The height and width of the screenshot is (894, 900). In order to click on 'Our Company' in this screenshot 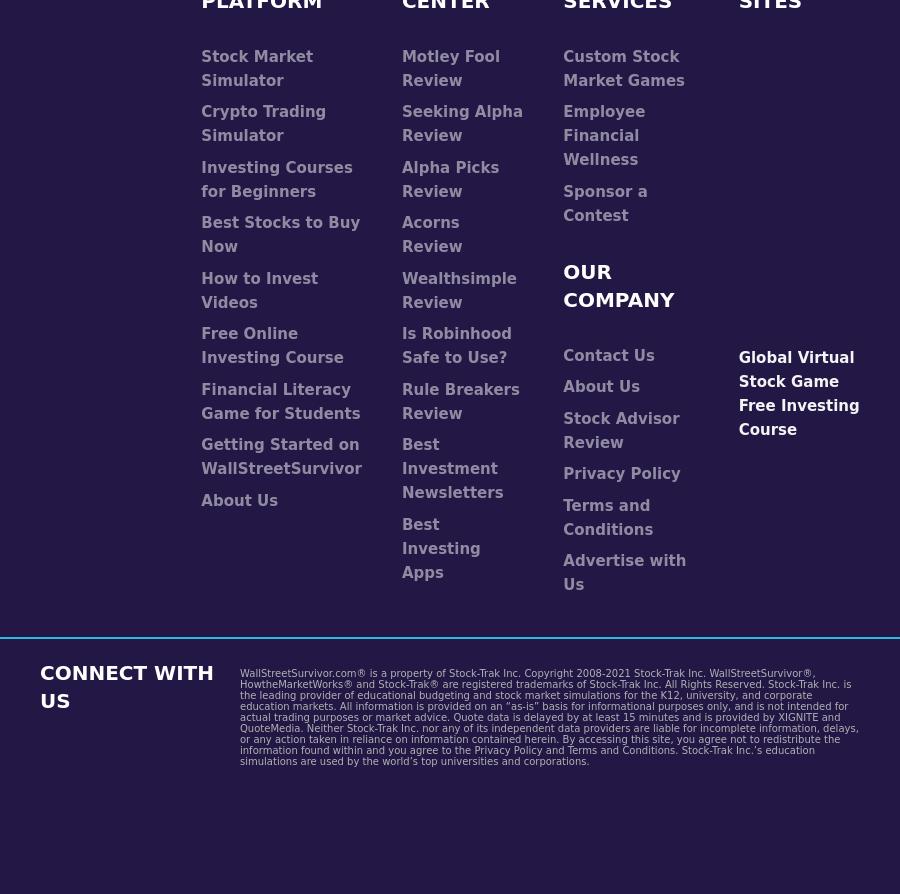, I will do `click(618, 284)`.